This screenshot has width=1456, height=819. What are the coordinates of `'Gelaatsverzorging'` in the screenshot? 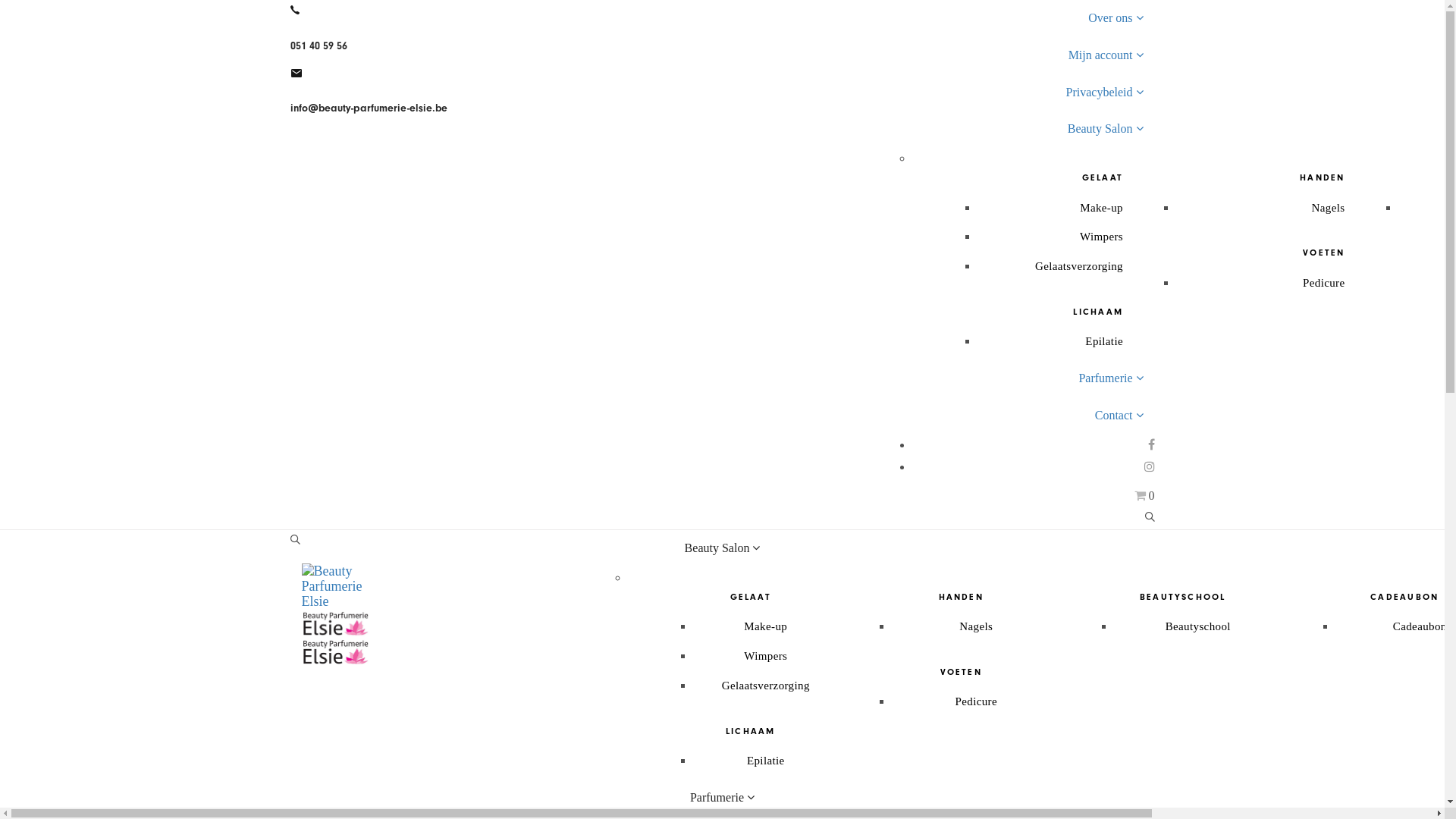 It's located at (1078, 265).